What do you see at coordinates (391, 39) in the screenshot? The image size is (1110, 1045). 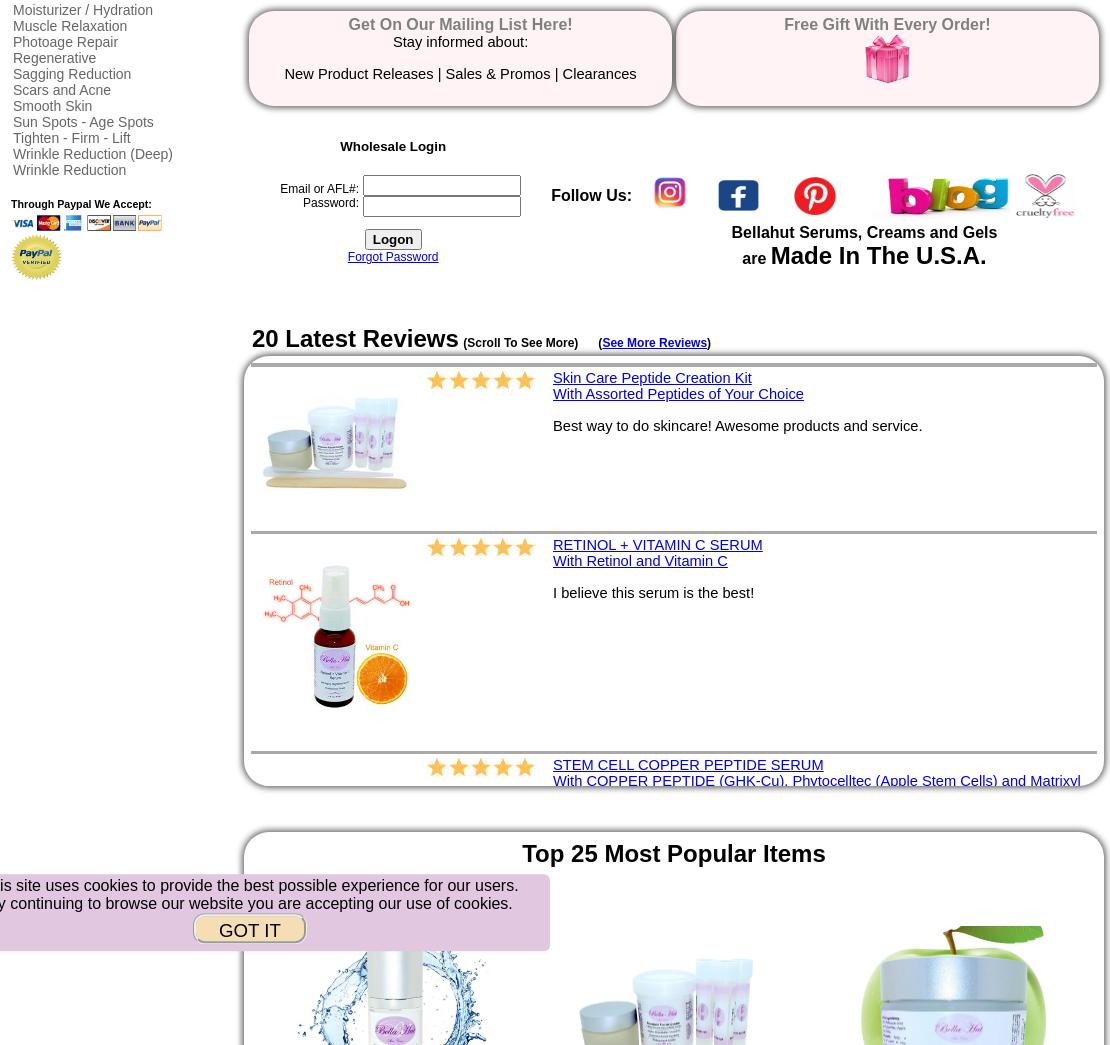 I see `'Stay informed about:'` at bounding box center [391, 39].